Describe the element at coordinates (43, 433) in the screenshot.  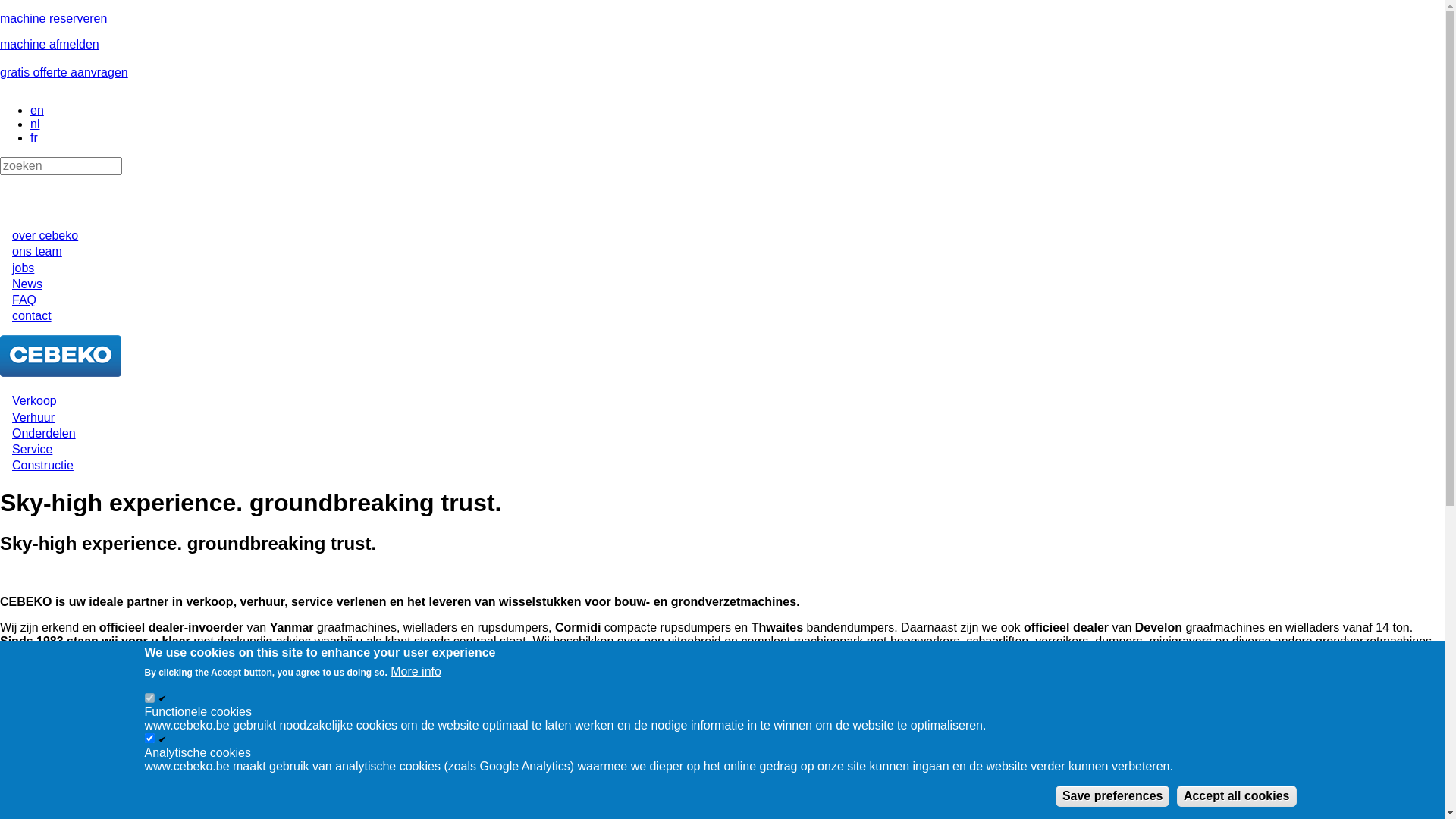
I see `'Onderdelen'` at that location.